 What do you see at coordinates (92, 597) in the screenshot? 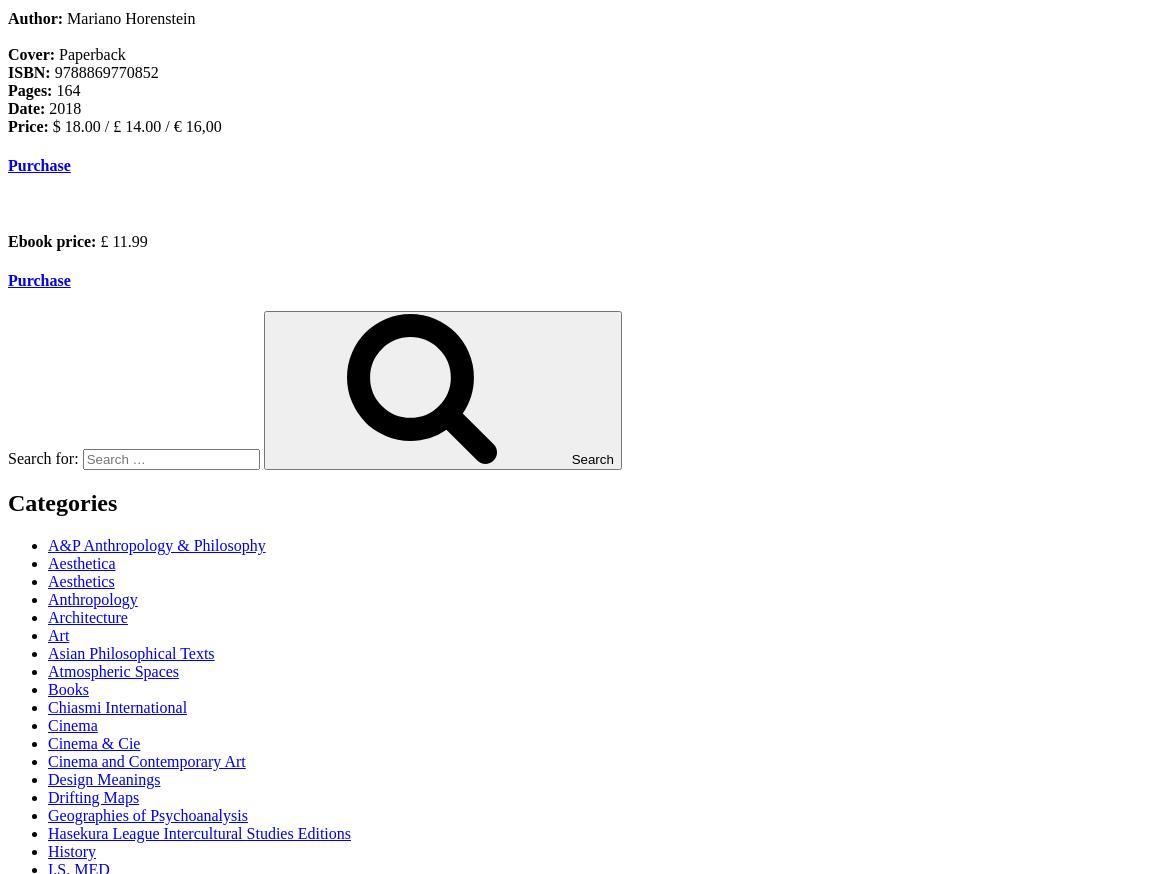
I see `'Anthropology'` at bounding box center [92, 597].